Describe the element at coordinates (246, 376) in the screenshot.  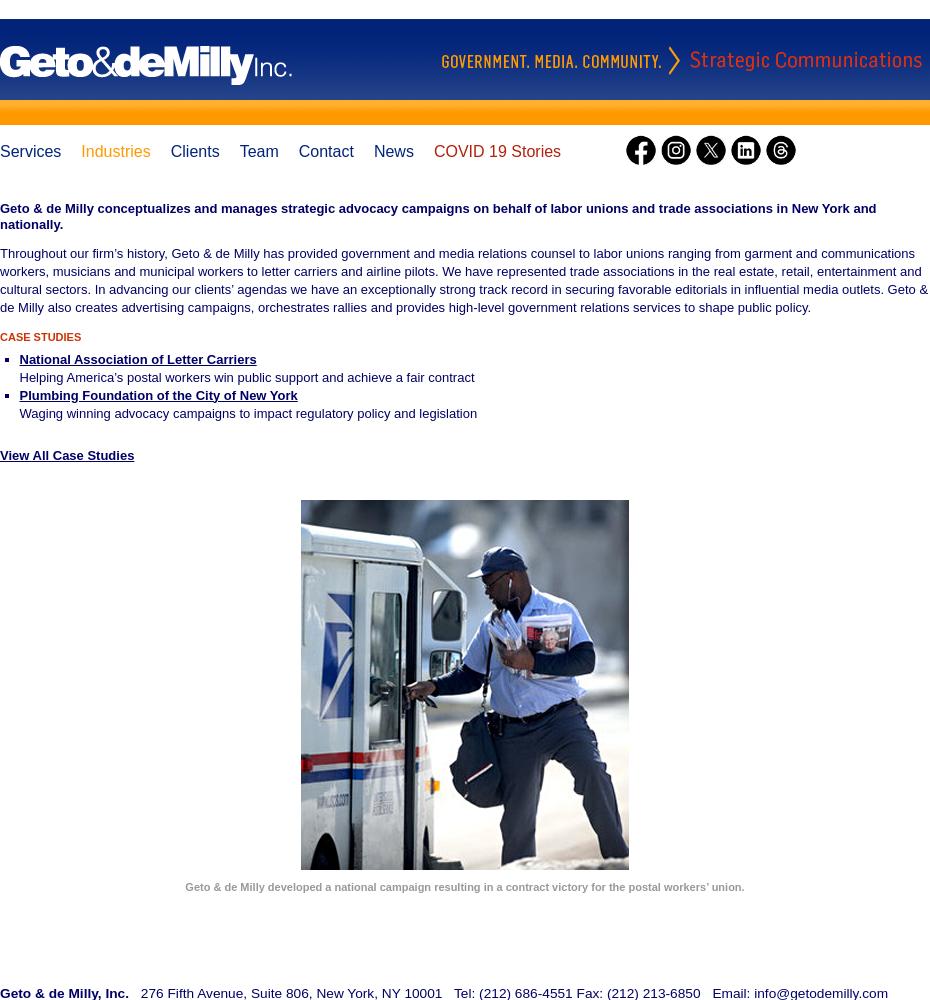
I see `'Helping America’s postal workers win public support and achieve a fair contract'` at that location.